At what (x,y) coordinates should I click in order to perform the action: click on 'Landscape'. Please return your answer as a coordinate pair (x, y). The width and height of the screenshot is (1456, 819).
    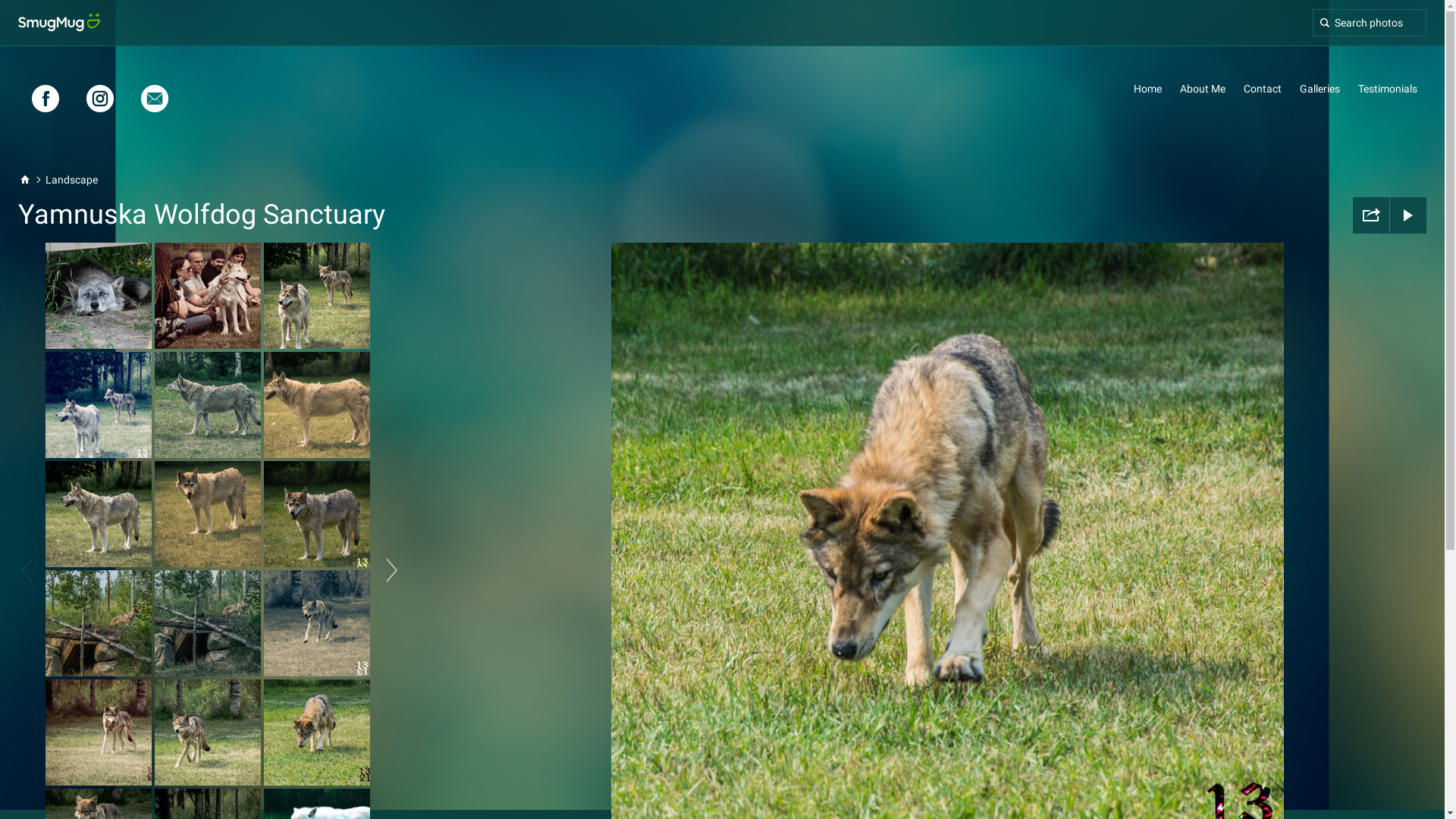
    Looking at the image, I should click on (71, 178).